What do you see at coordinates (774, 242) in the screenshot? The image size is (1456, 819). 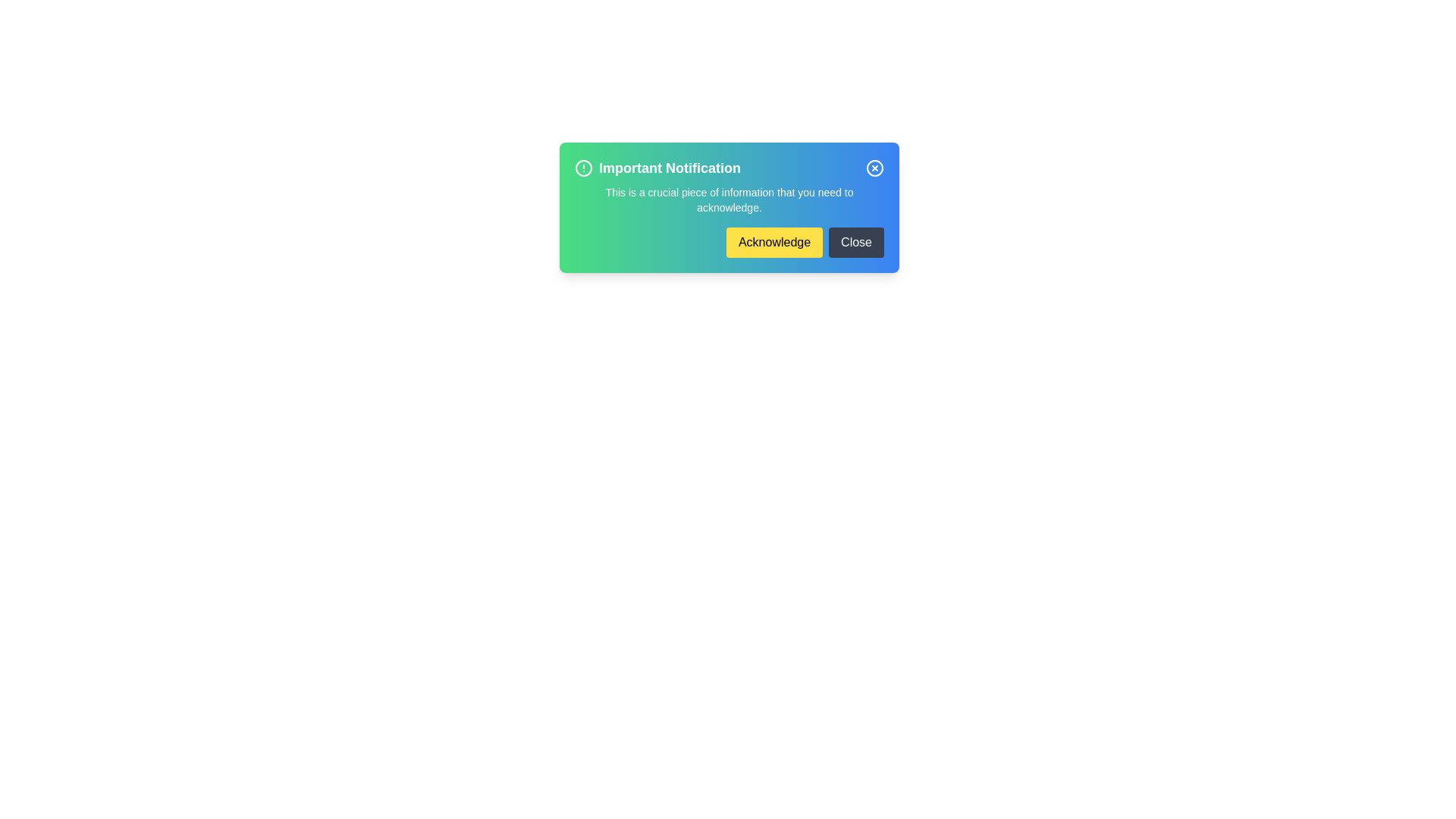 I see `the acknowledgment button located on the left side of the notification dialog box to confirm the user's acknowledgment` at bounding box center [774, 242].